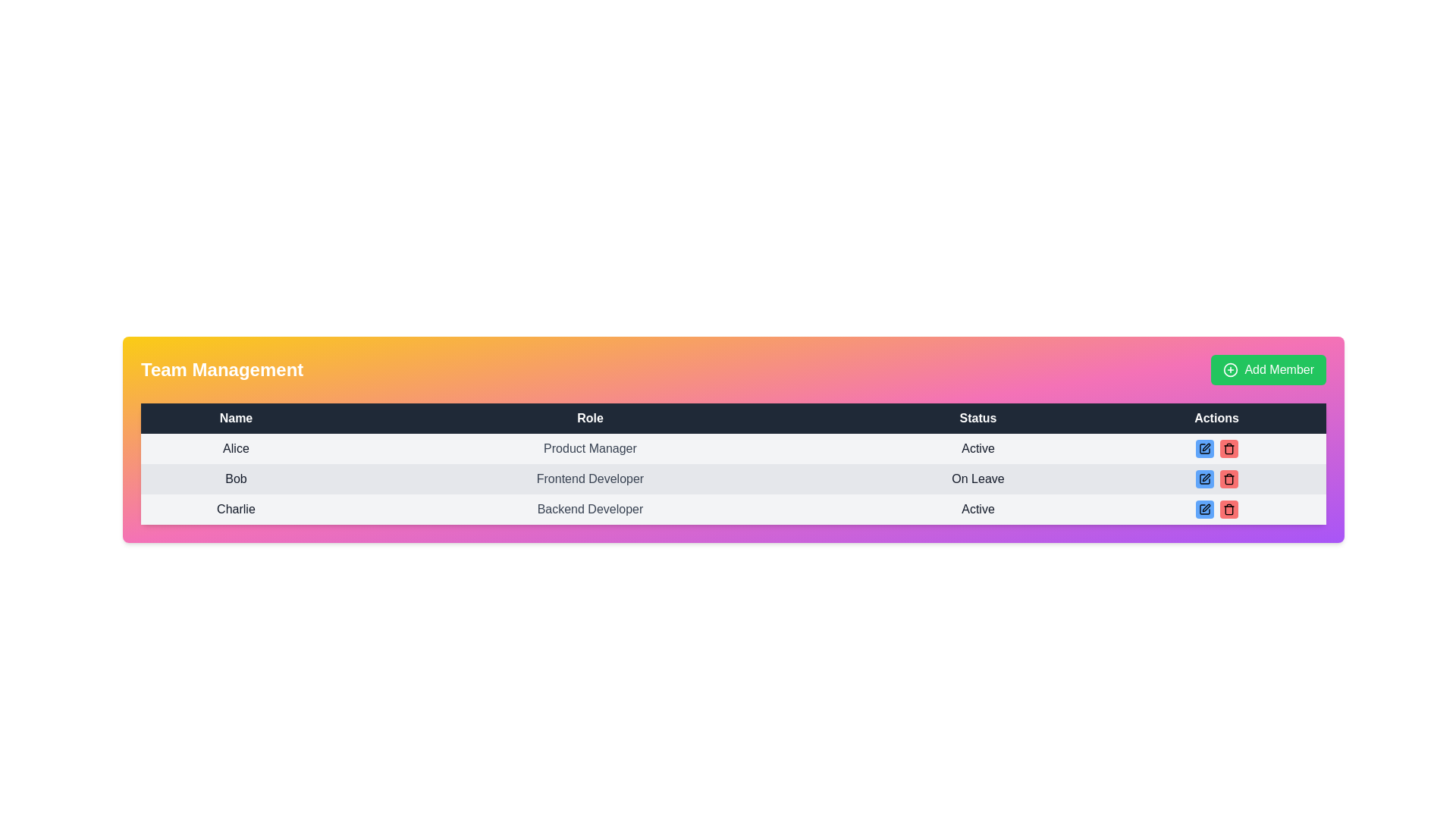 The image size is (1456, 819). Describe the element at coordinates (1203, 479) in the screenshot. I see `the 'Edit' button located in the 'Actions' column next to the red trash icon for the user 'Bob', who is a 'Frontend Developer'` at that location.